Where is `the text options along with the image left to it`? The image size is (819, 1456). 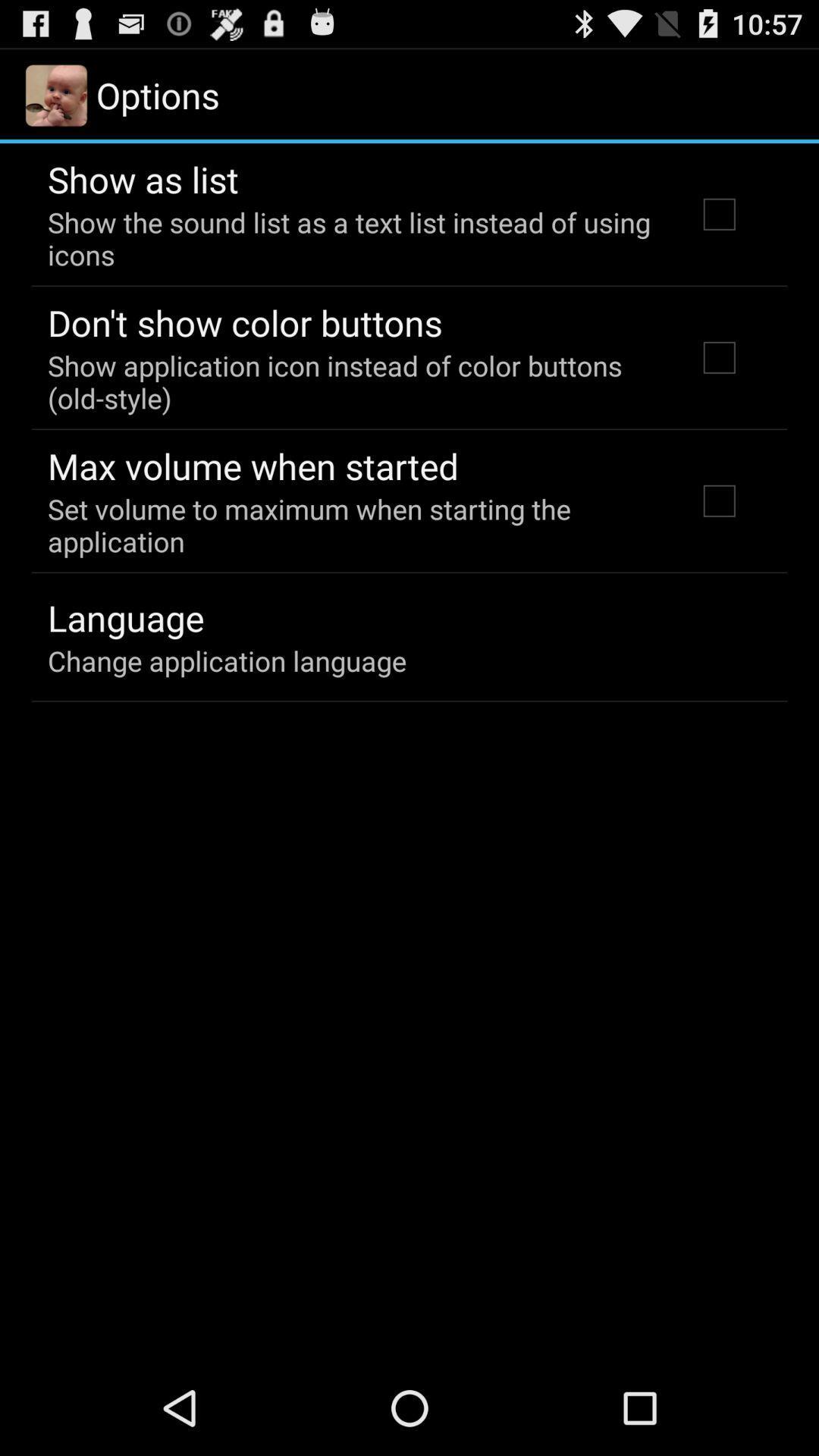
the text options along with the image left to it is located at coordinates (125, 94).